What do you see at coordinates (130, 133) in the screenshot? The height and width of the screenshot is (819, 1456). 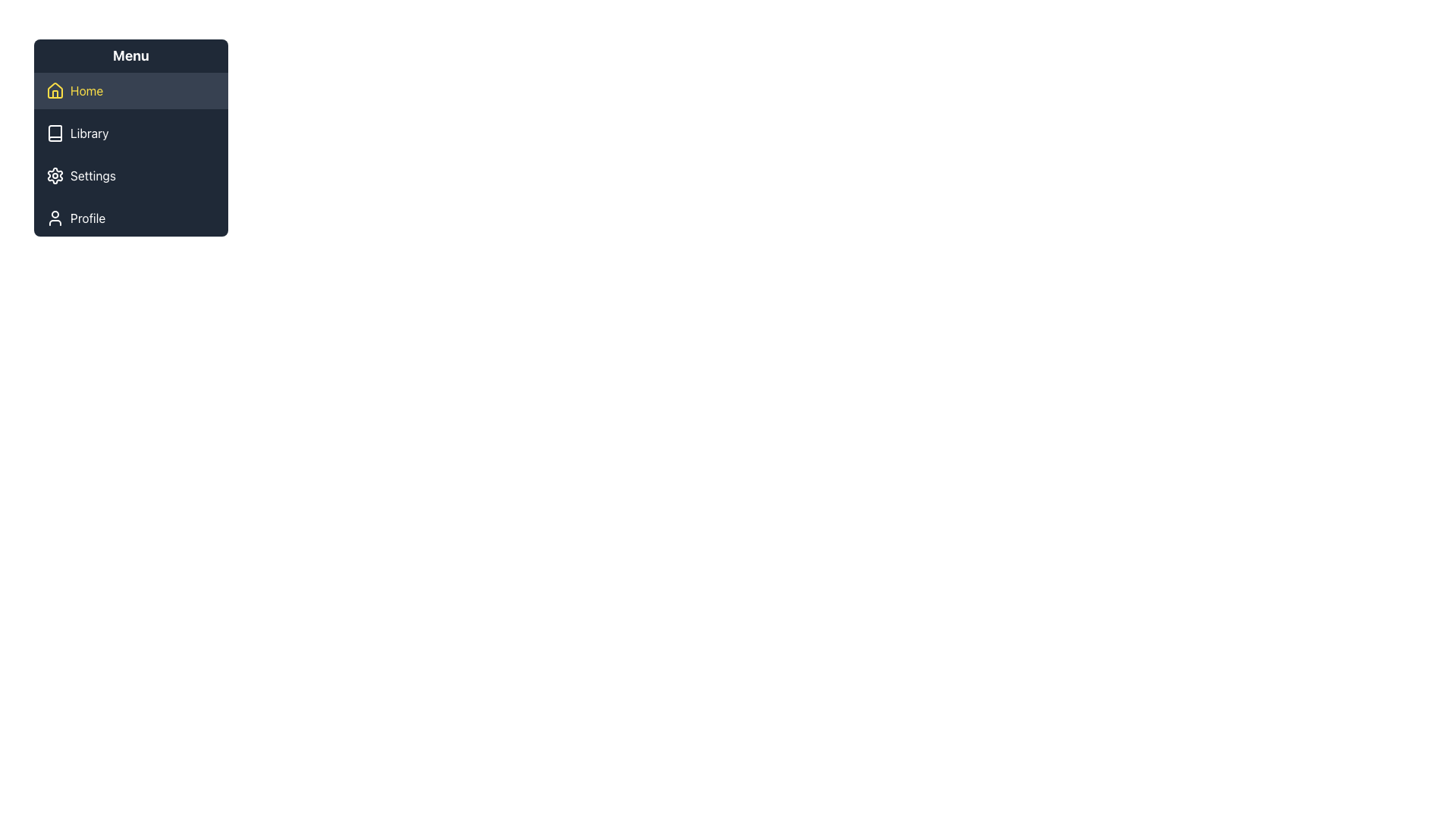 I see `the second menu item in the left sidebar, which is located below the 'Home' element and above the 'Settings' element` at bounding box center [130, 133].